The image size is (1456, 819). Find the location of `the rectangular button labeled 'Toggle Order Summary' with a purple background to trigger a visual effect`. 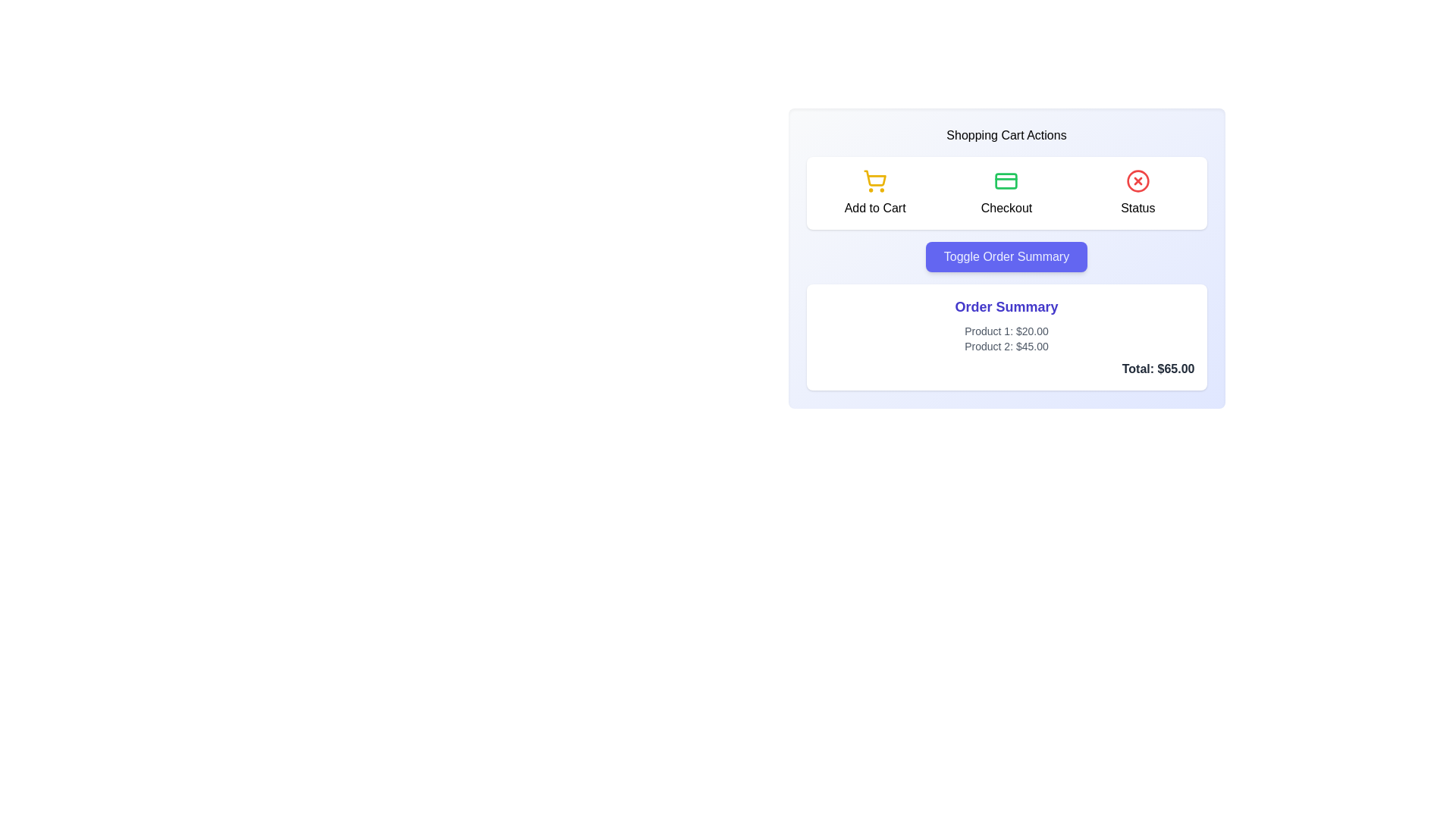

the rectangular button labeled 'Toggle Order Summary' with a purple background to trigger a visual effect is located at coordinates (1006, 256).